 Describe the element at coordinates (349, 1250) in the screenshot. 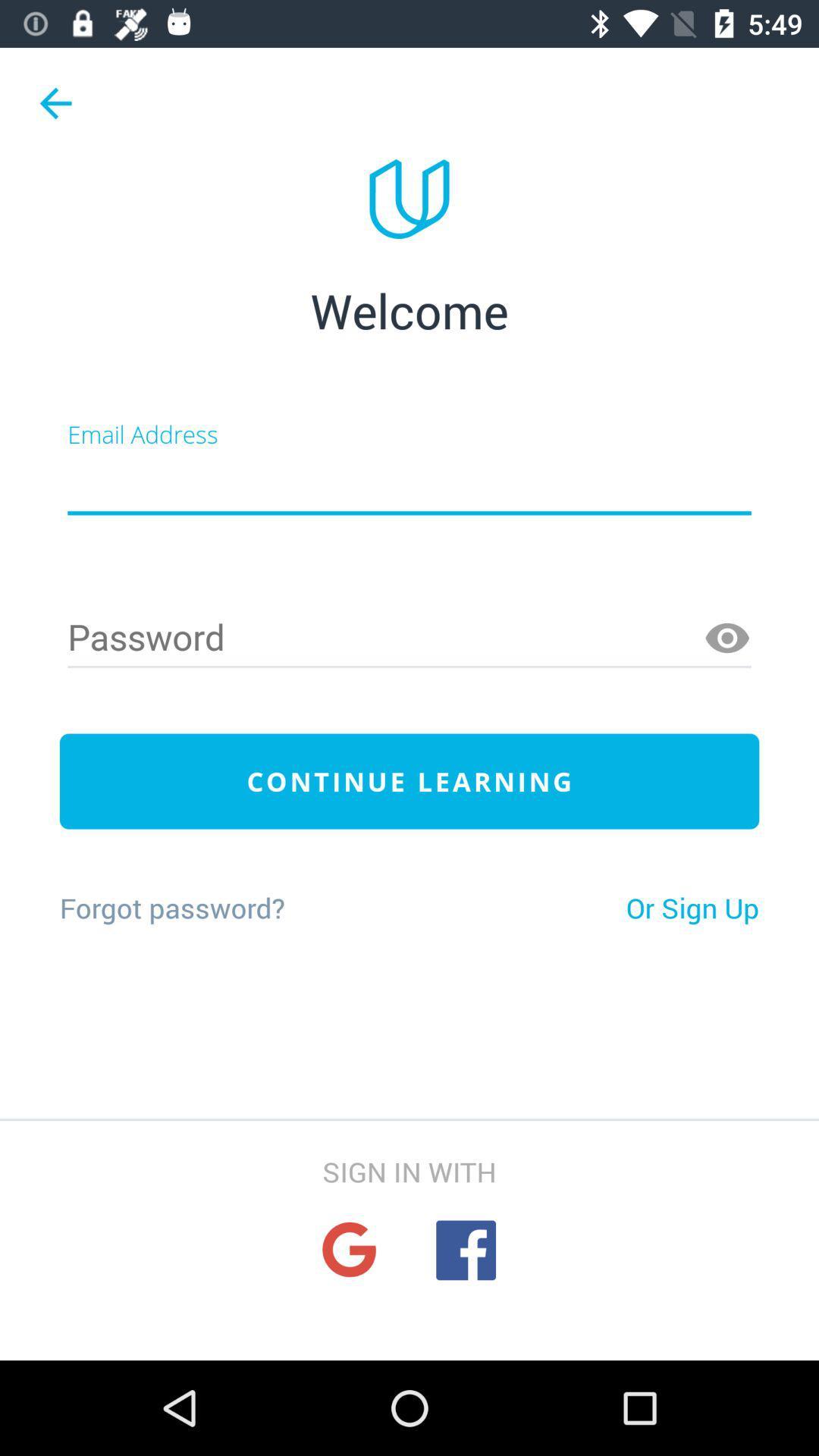

I see `google app` at that location.